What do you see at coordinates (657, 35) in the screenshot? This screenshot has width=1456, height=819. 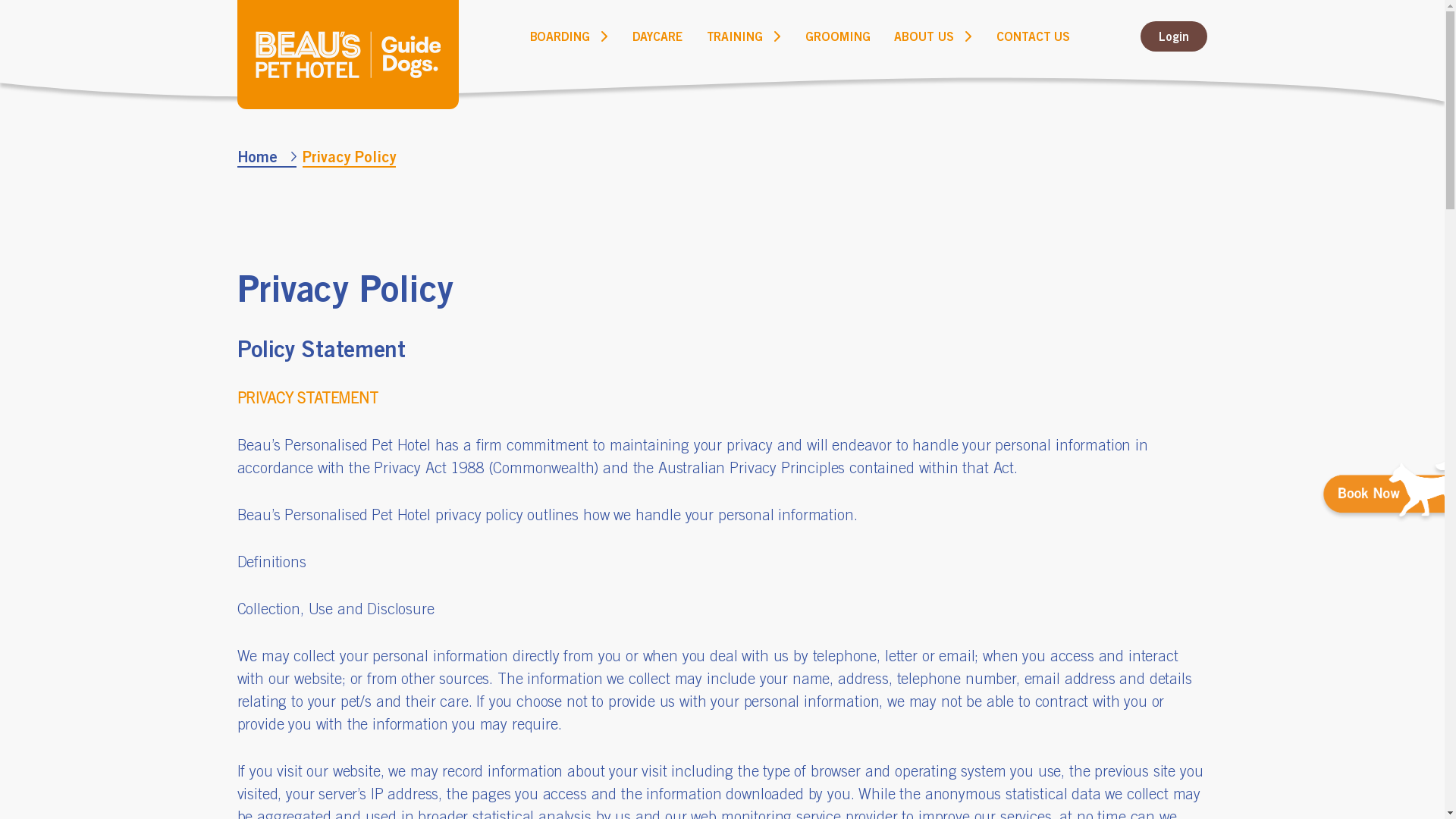 I see `'DAYCARE'` at bounding box center [657, 35].